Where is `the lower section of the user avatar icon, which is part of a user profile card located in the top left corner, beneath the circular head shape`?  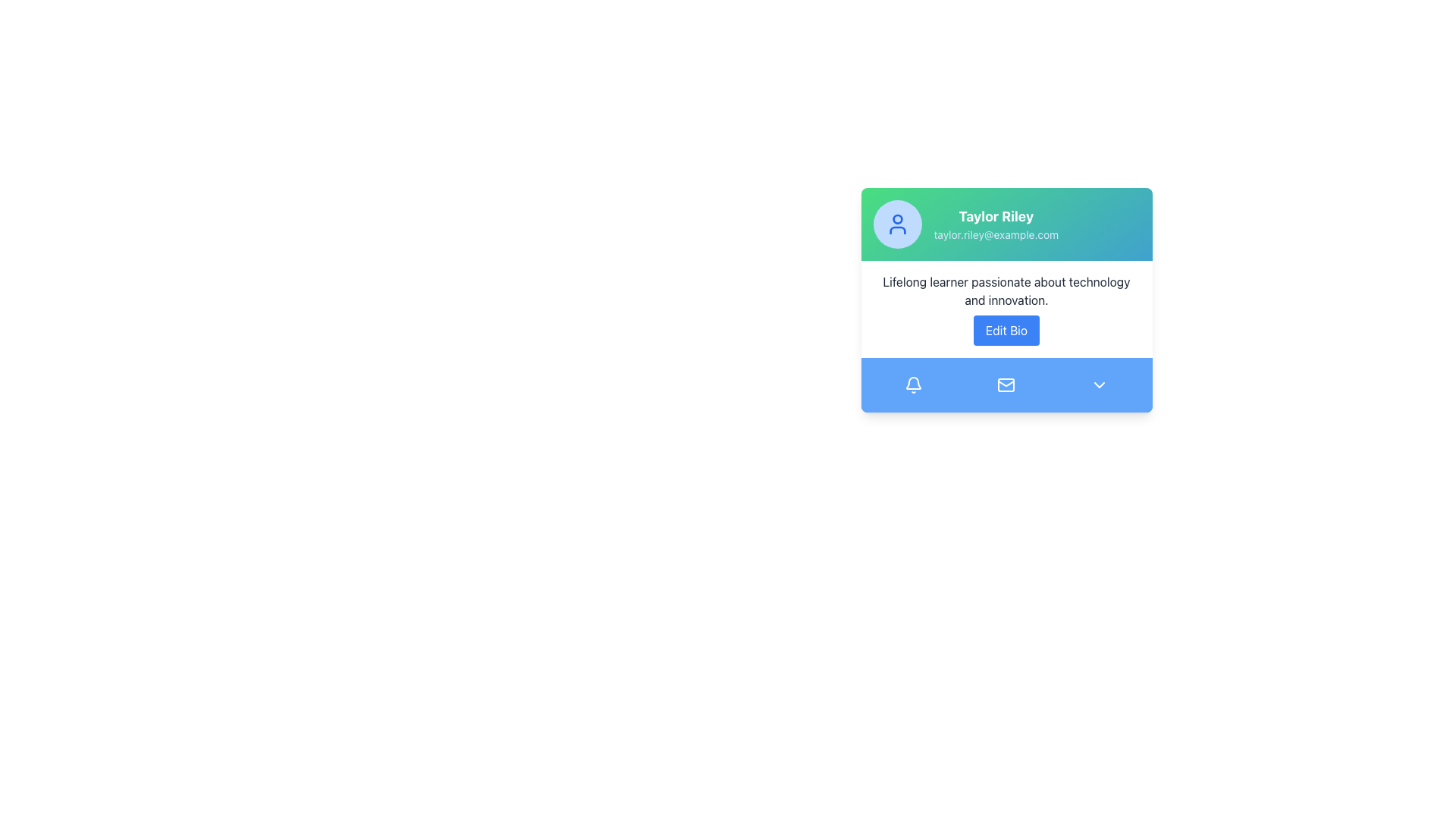 the lower section of the user avatar icon, which is part of a user profile card located in the top left corner, beneath the circular head shape is located at coordinates (897, 231).